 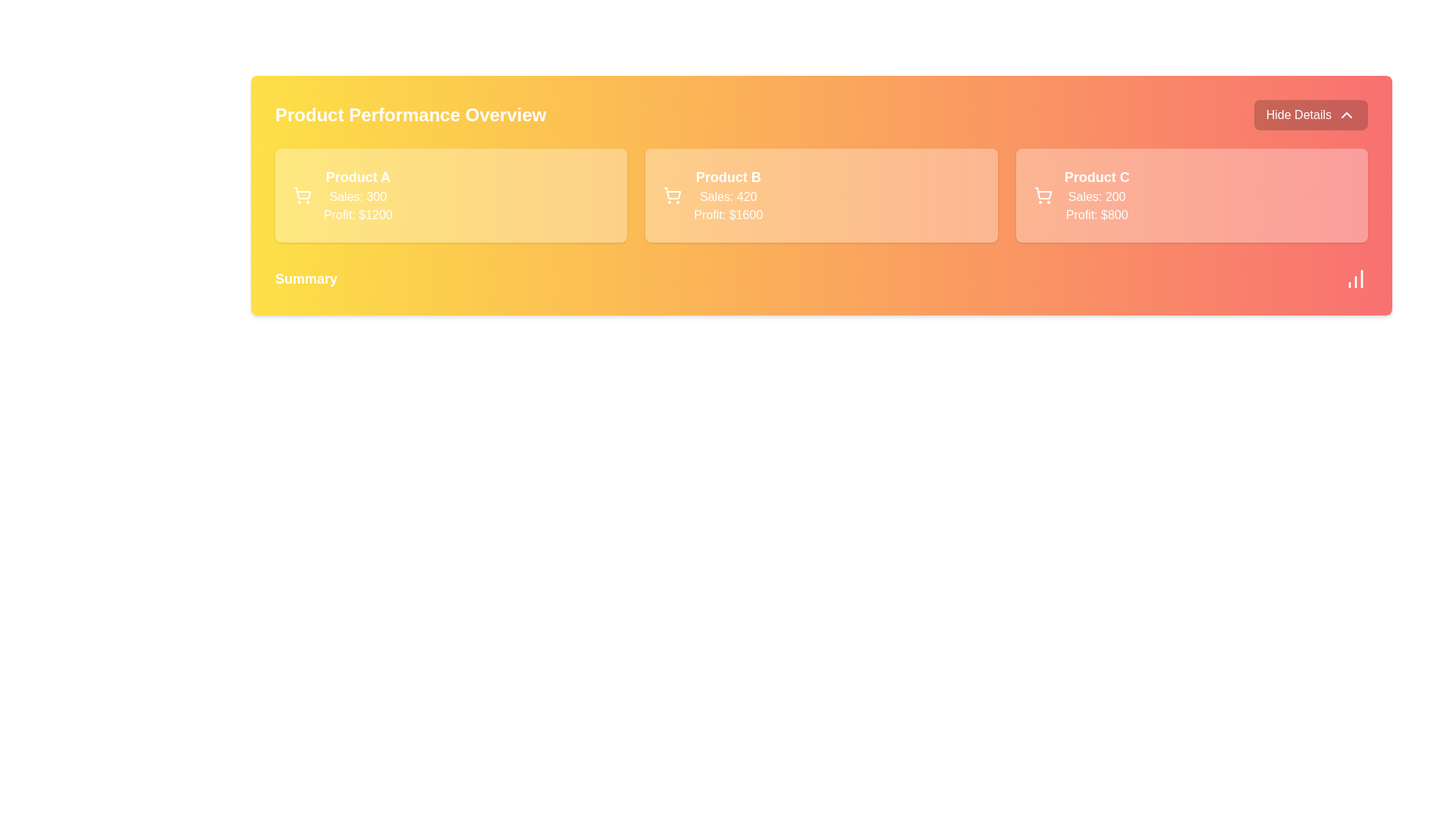 What do you see at coordinates (1042, 193) in the screenshot?
I see `the shopping cart icon located in the top-left corner of the Product C card, which indicates a commerce-related action` at bounding box center [1042, 193].